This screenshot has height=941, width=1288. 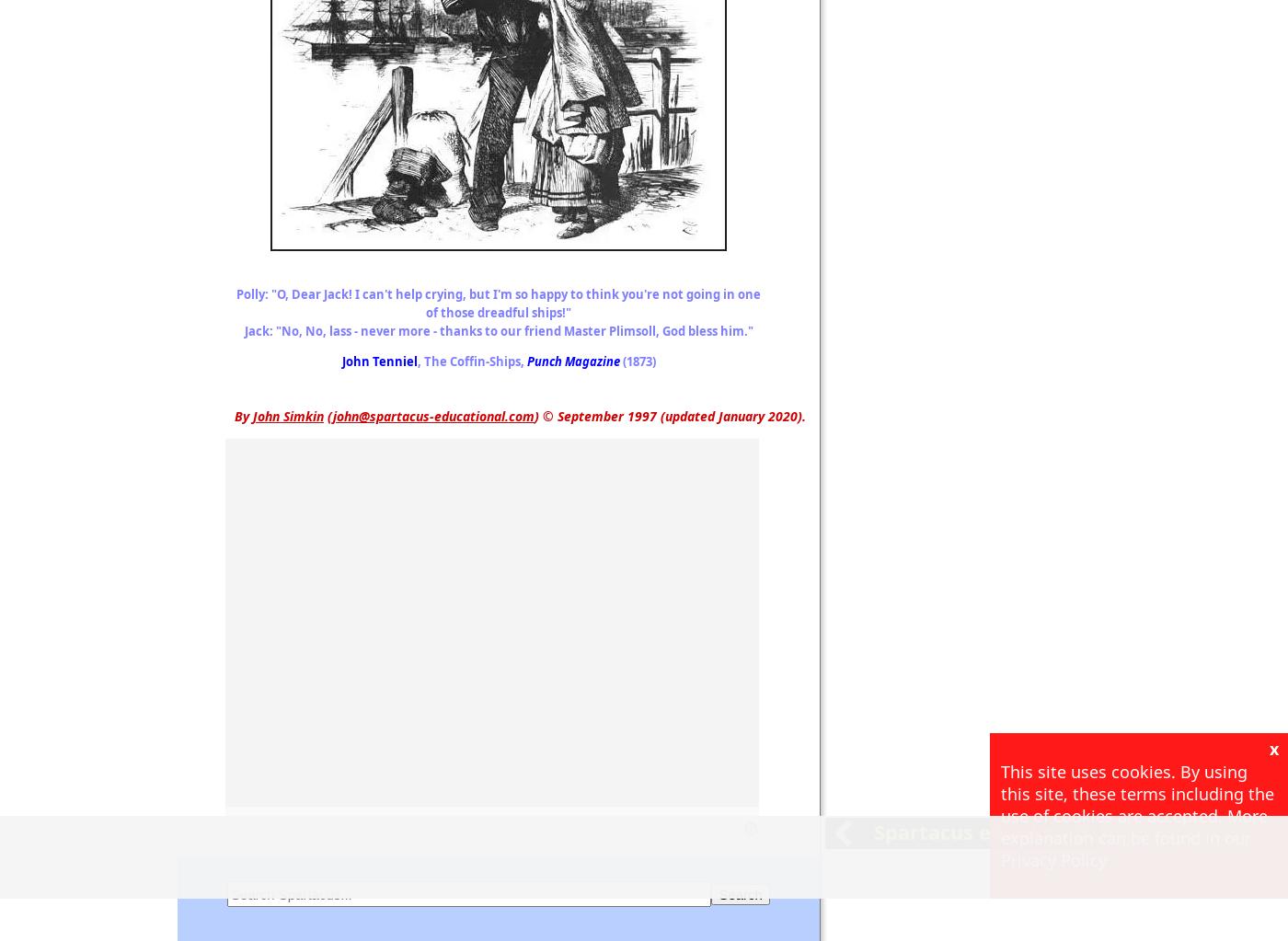 What do you see at coordinates (572, 361) in the screenshot?
I see `'Punch Magazine'` at bounding box center [572, 361].